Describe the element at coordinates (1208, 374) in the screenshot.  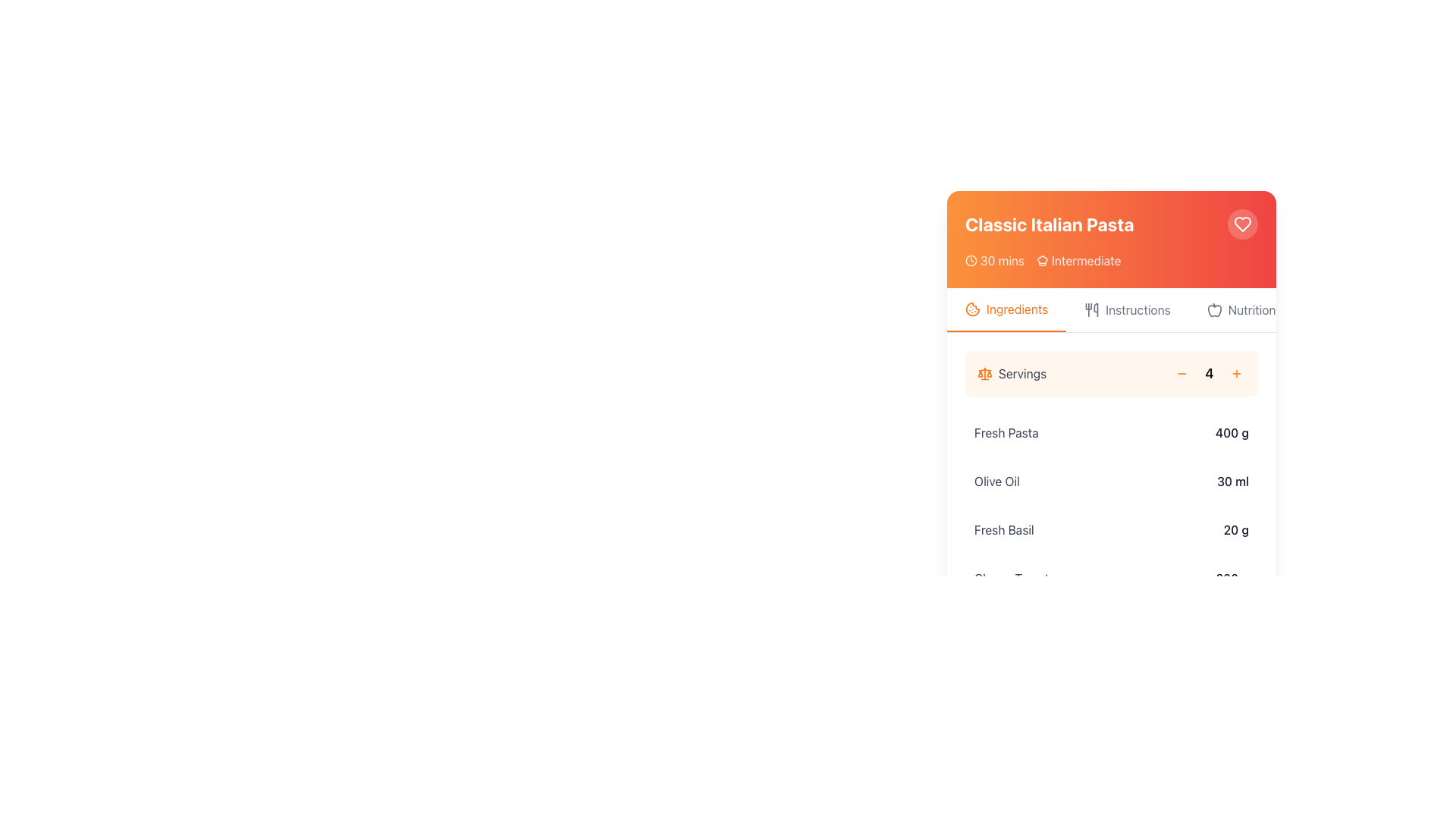
I see `the text display showing the number '4', which is centered within an orange-themed layout and located in the 'Servings' control group of the ingredient card` at that location.